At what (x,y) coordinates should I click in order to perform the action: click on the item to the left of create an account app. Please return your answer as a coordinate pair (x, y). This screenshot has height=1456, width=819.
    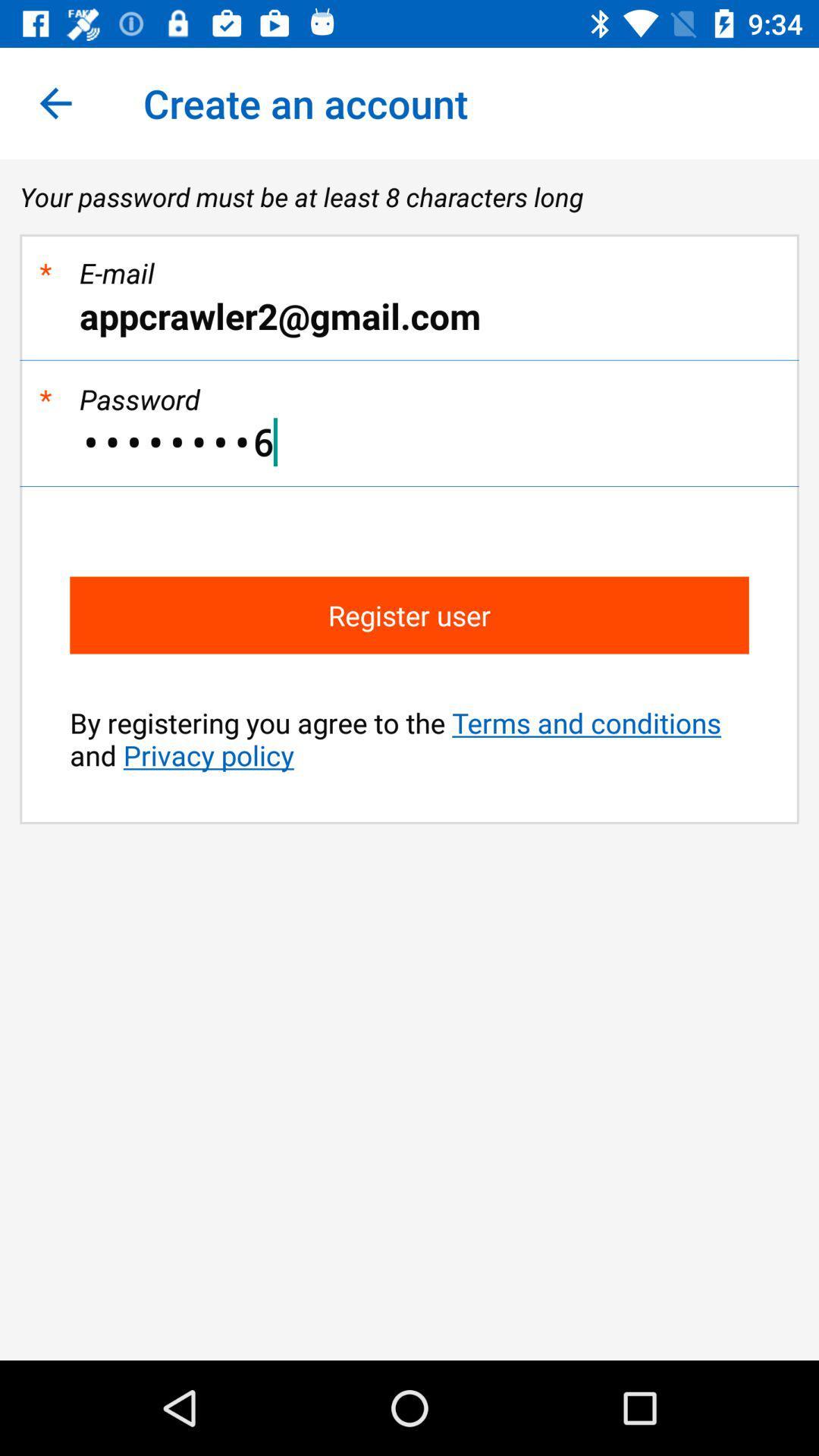
    Looking at the image, I should click on (55, 102).